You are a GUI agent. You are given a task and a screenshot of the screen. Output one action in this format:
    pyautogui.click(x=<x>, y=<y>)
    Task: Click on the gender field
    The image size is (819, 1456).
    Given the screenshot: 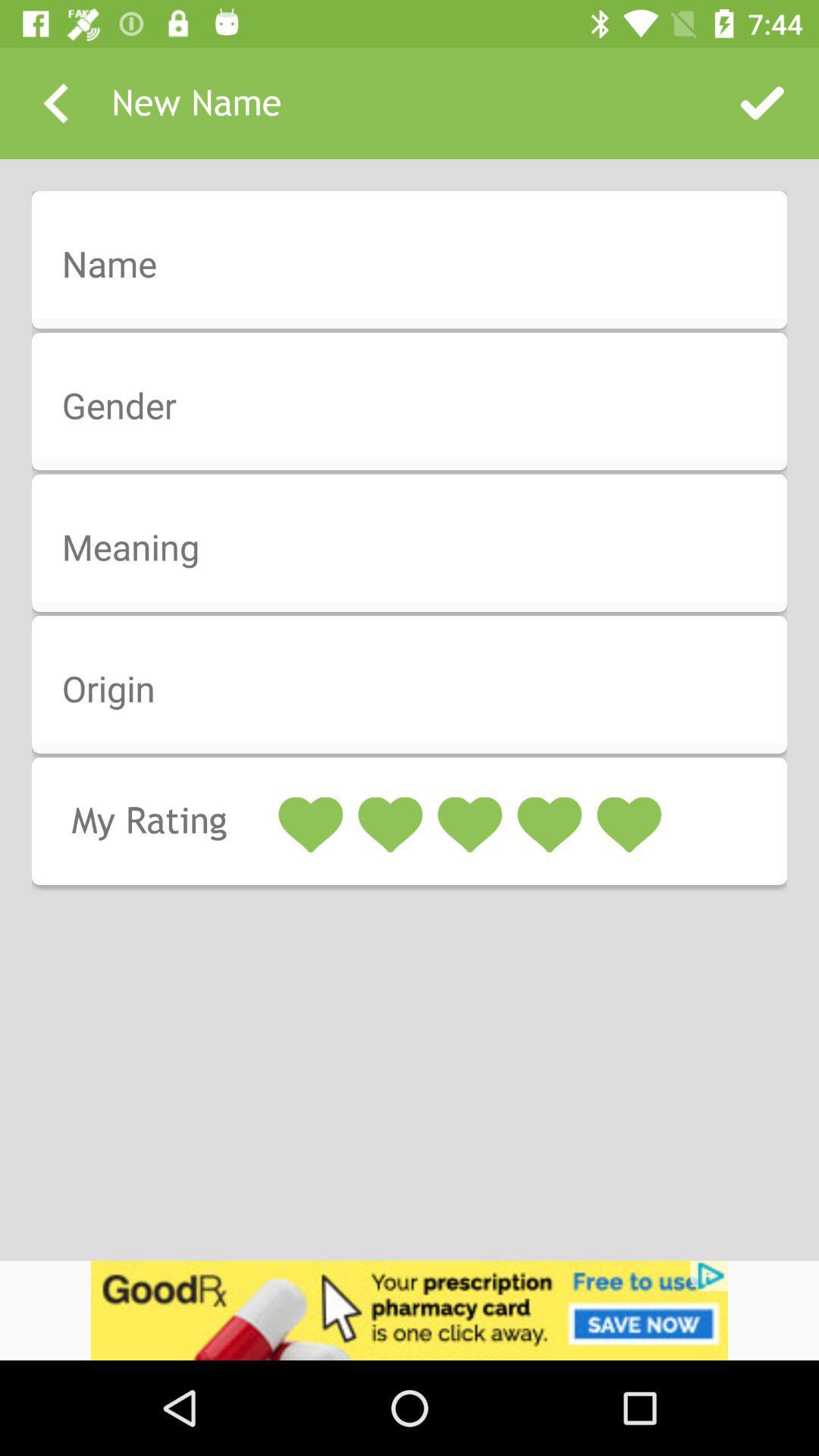 What is the action you would take?
    pyautogui.click(x=419, y=406)
    